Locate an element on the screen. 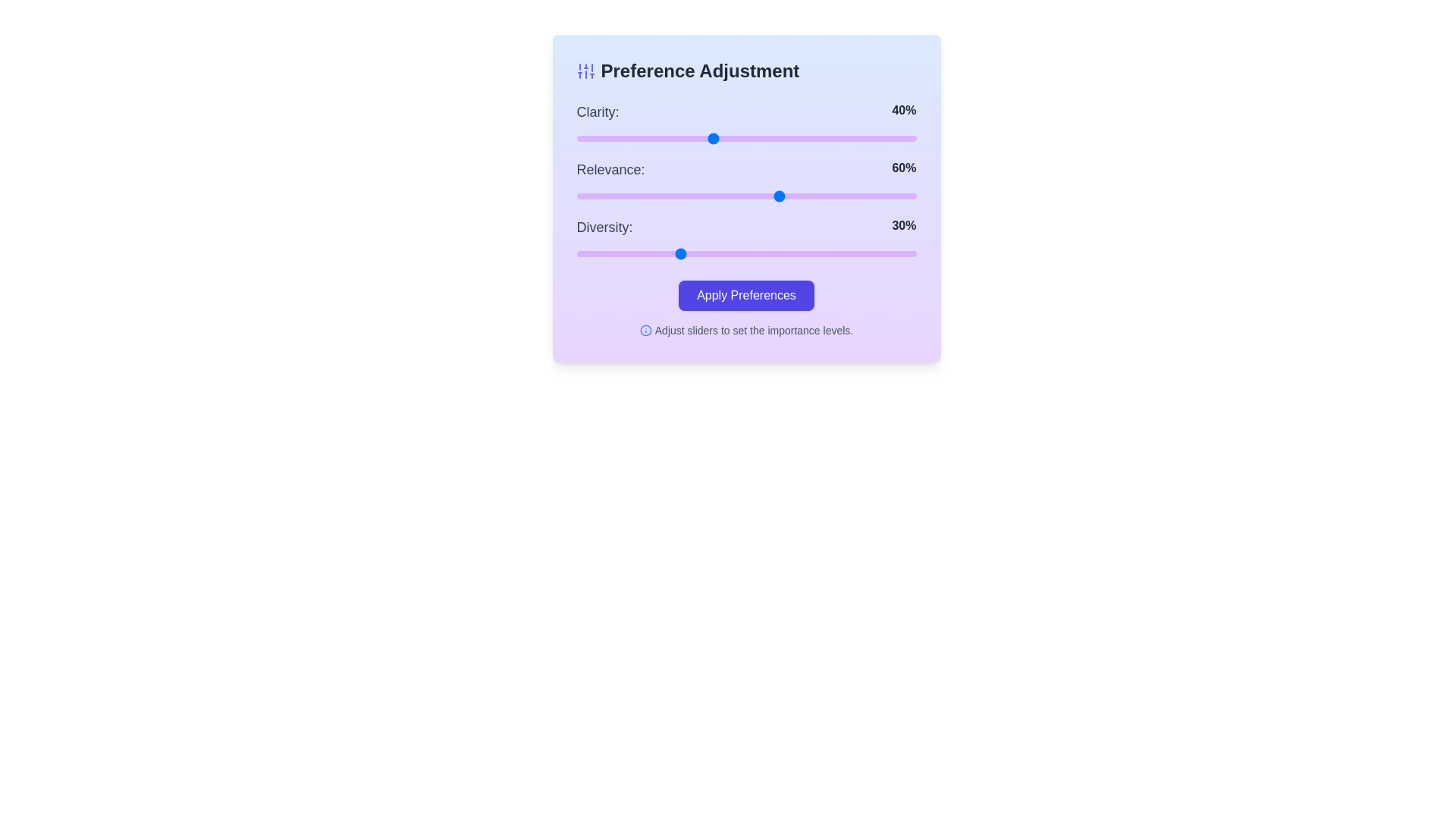  the 0 slider to 50% is located at coordinates (746, 138).